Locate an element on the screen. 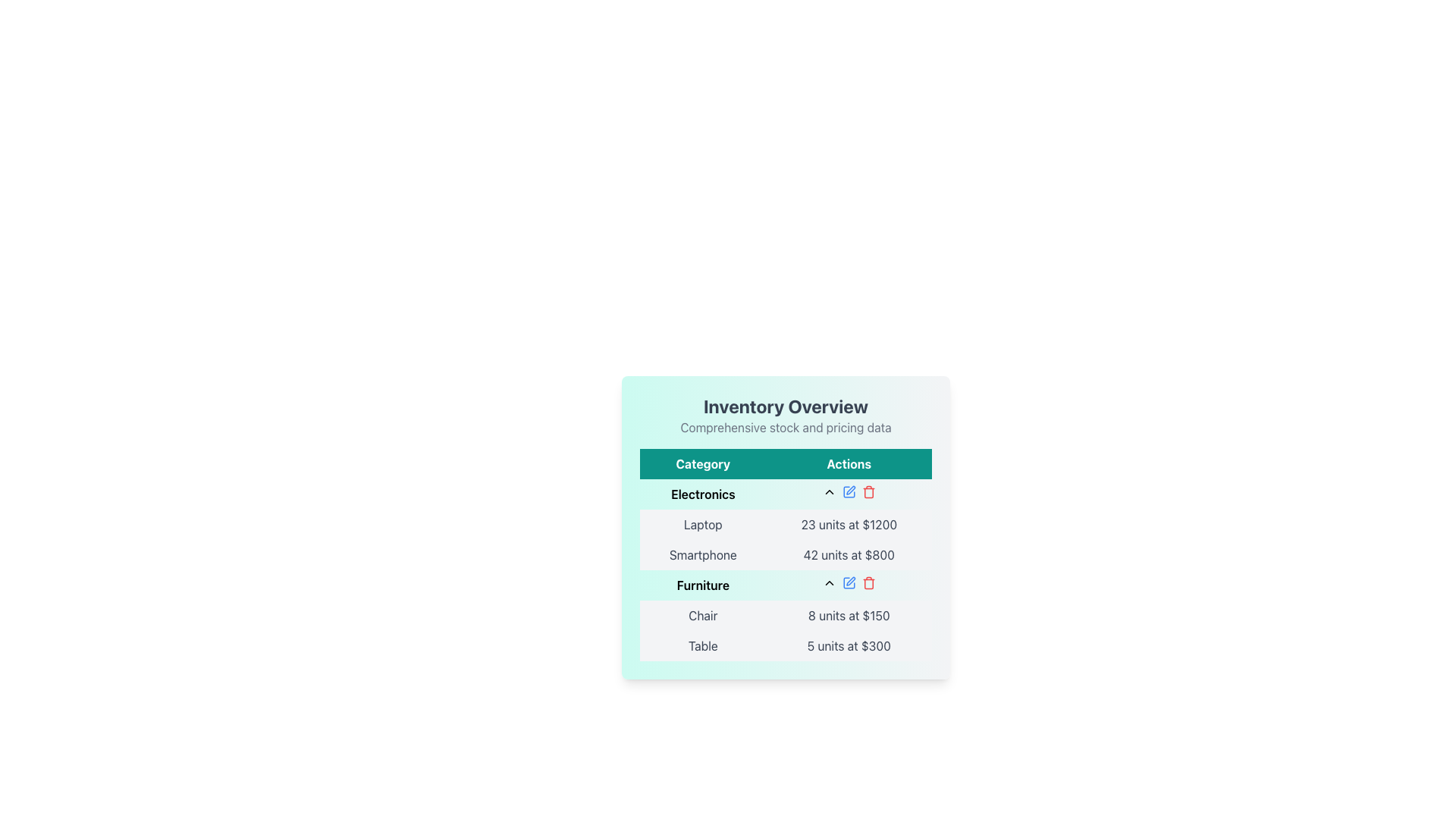 Image resolution: width=1456 pixels, height=819 pixels. the bold text label displaying 'Electronics' located in the first row under the 'Category' header in the grid-like table is located at coordinates (702, 494).